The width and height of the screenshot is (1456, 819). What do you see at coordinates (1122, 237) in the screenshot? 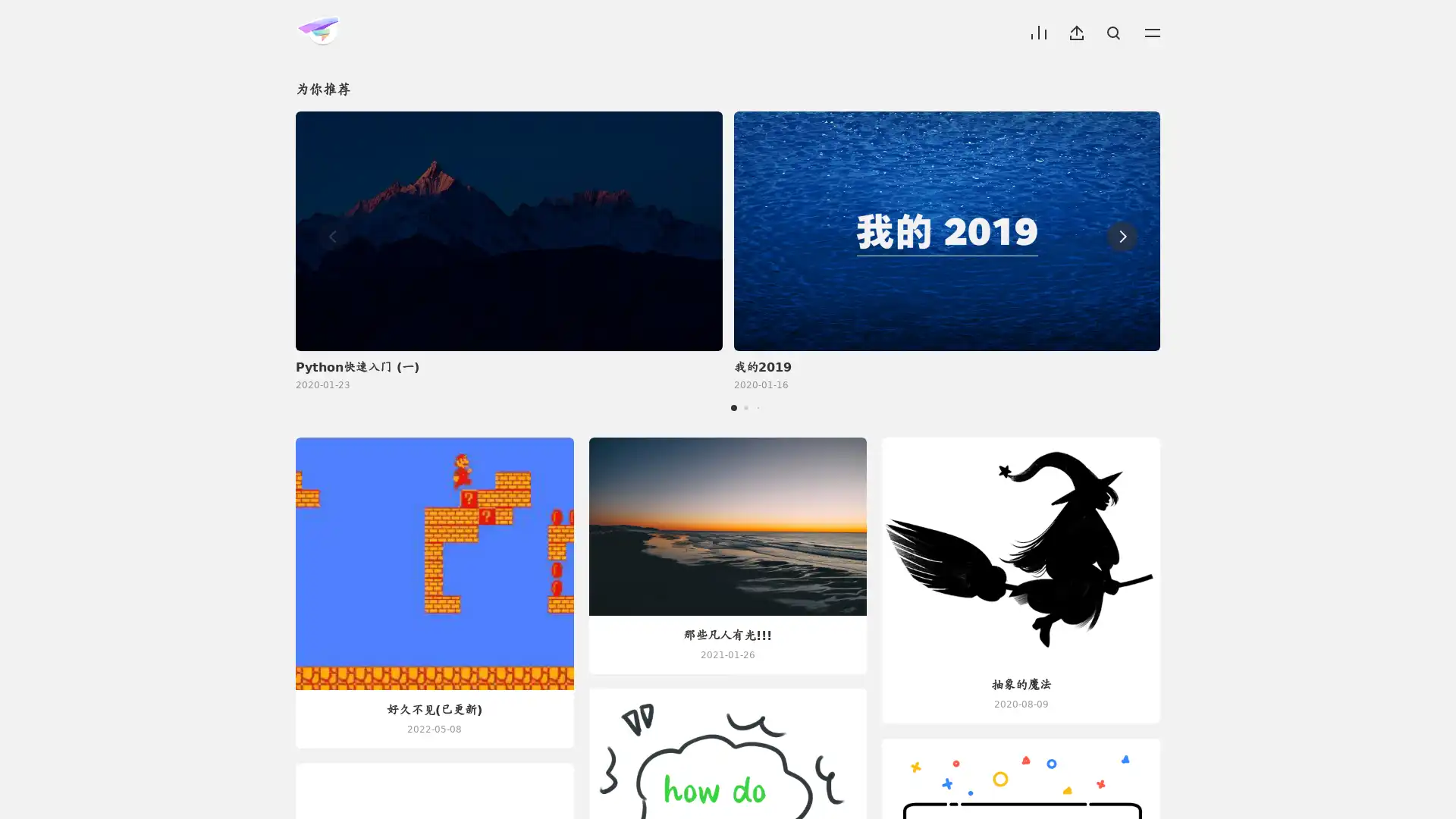
I see `Next slide` at bounding box center [1122, 237].